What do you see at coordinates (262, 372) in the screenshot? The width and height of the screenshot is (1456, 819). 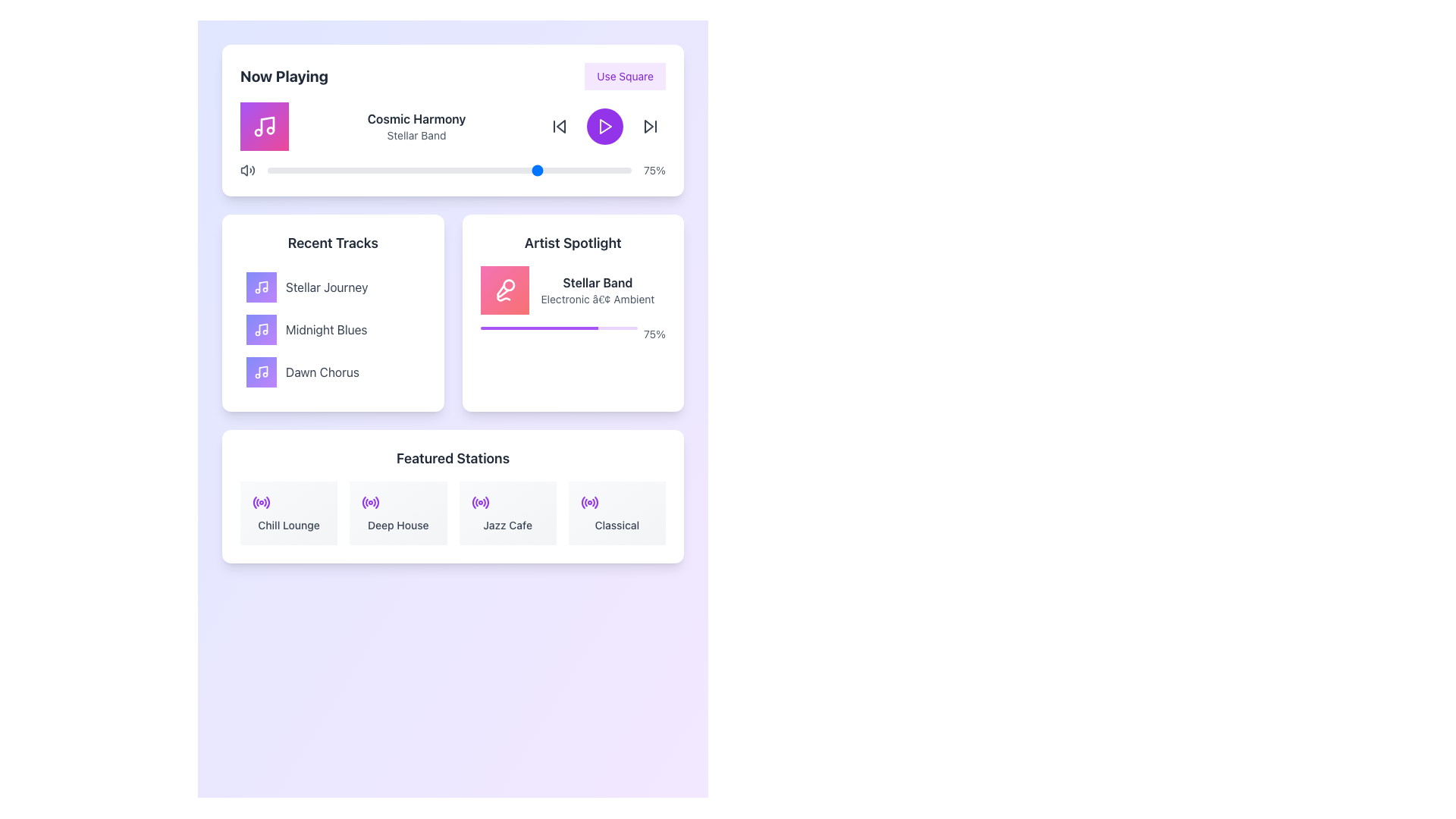 I see `the musical note icon located in the 'Recent Tracks' section` at bounding box center [262, 372].